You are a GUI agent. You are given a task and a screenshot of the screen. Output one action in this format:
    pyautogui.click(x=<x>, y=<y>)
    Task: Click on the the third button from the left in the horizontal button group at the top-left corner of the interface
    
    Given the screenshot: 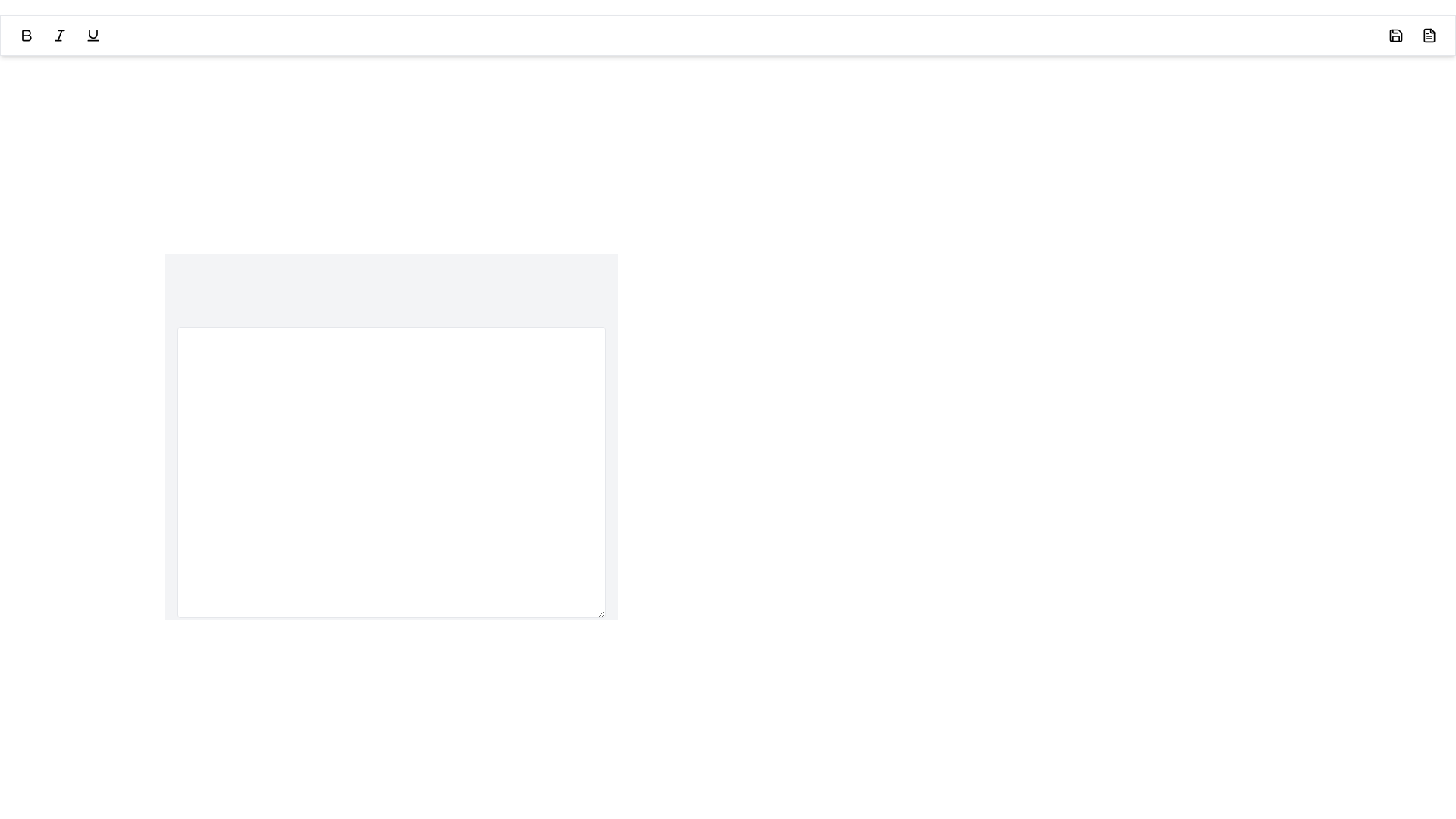 What is the action you would take?
    pyautogui.click(x=93, y=34)
    